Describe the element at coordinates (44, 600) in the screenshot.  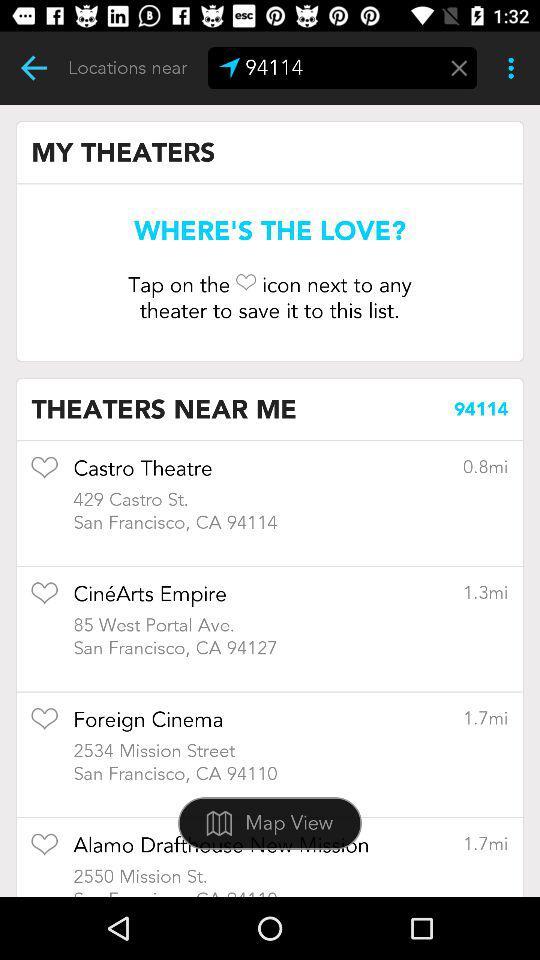
I see `to favorites` at that location.